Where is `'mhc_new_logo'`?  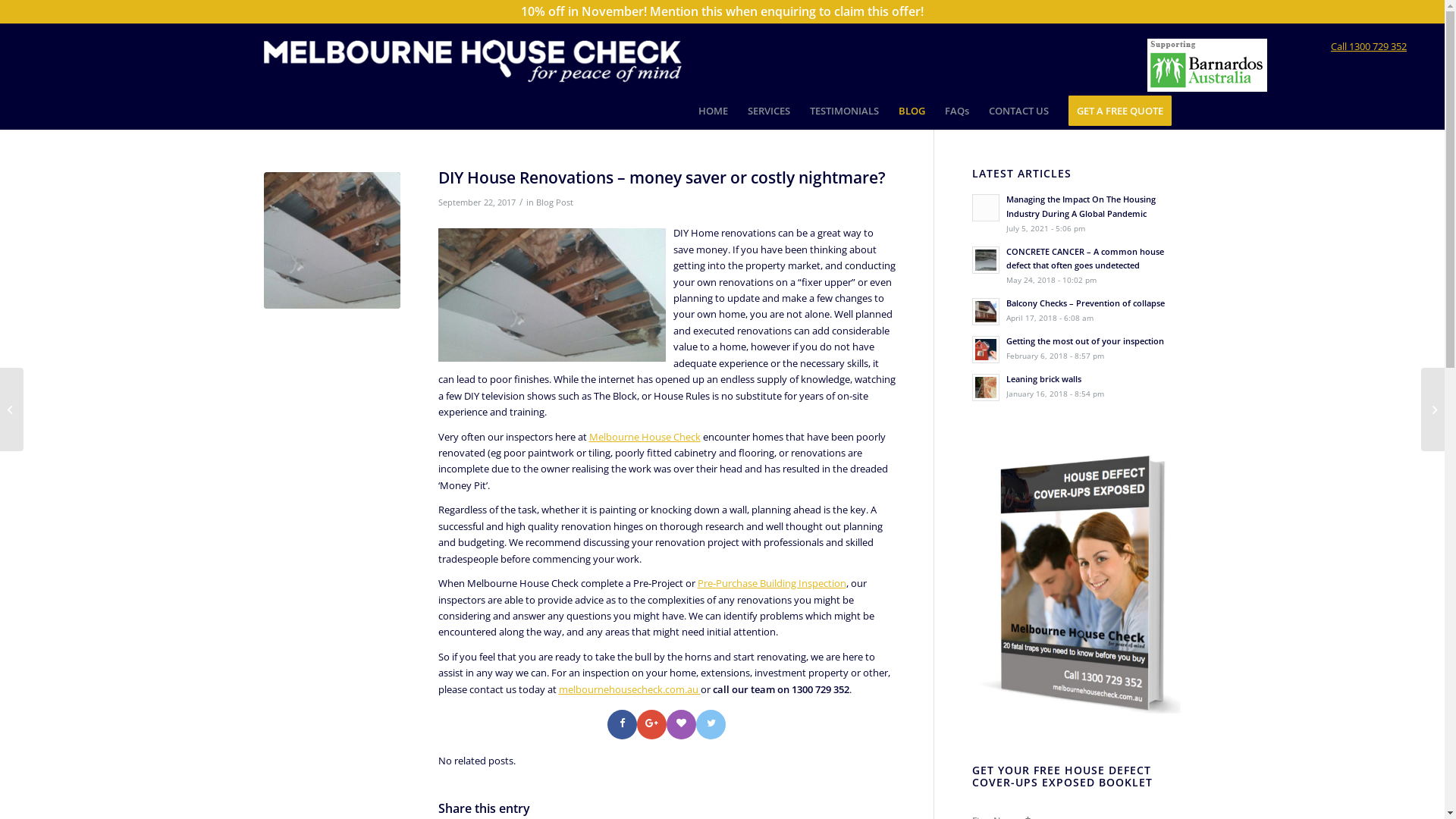 'mhc_new_logo' is located at coordinates (472, 57).